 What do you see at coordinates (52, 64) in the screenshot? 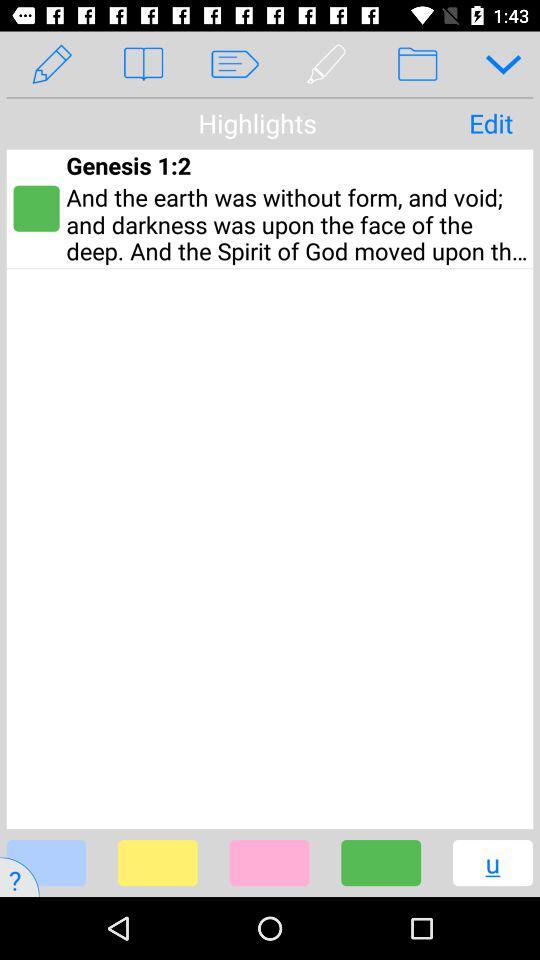
I see `the edit icon` at bounding box center [52, 64].